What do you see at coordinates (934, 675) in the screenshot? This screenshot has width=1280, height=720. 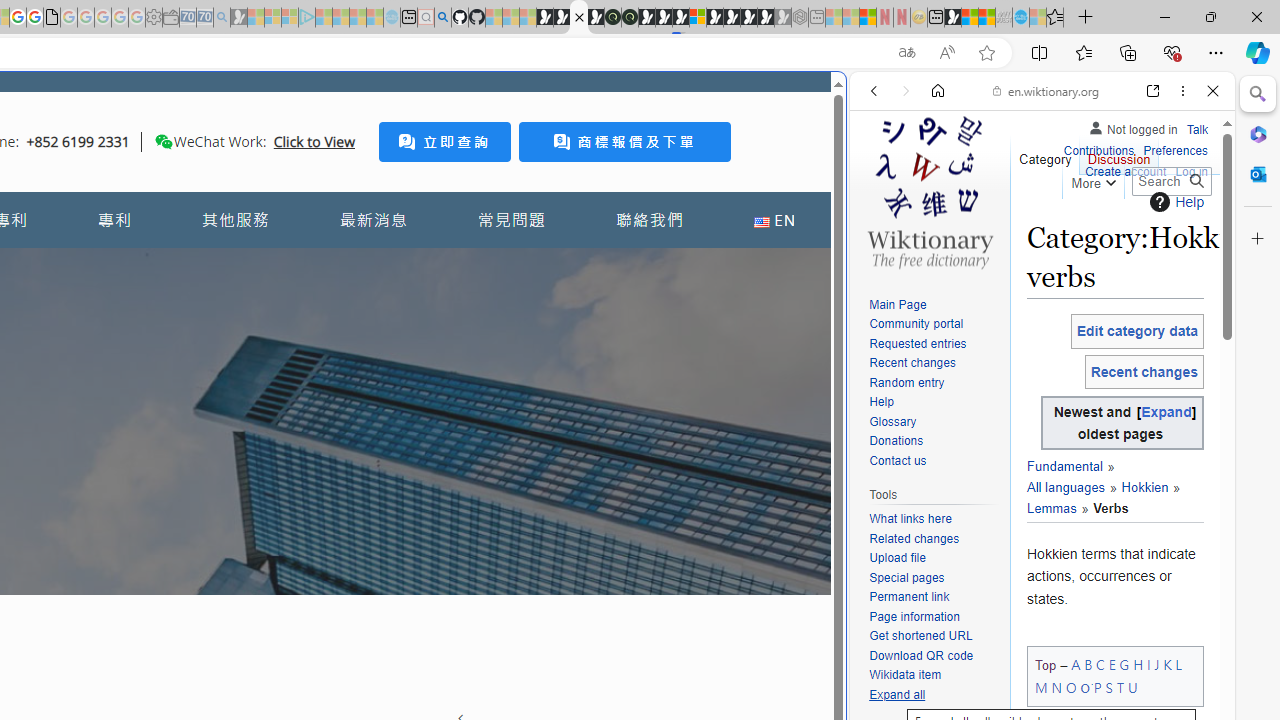 I see `'Wikidata item'` at bounding box center [934, 675].